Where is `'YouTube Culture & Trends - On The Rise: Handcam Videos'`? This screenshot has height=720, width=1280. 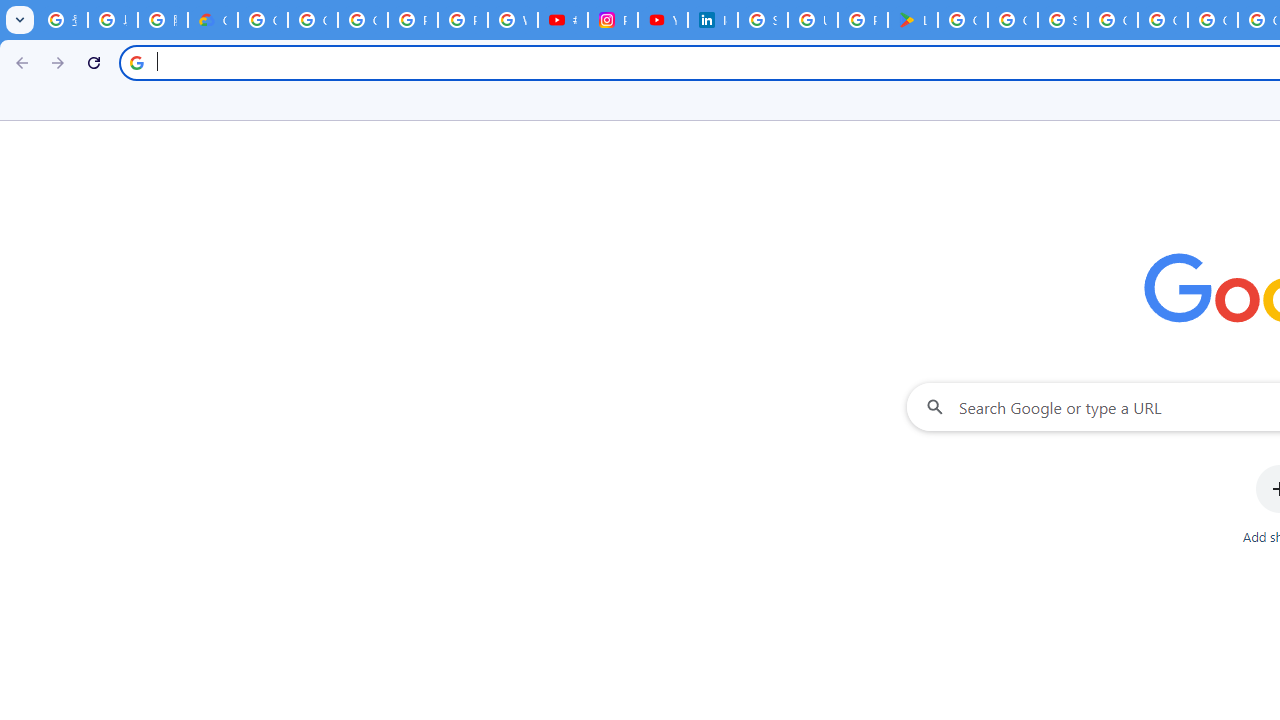 'YouTube Culture & Trends - On The Rise: Handcam Videos' is located at coordinates (663, 20).